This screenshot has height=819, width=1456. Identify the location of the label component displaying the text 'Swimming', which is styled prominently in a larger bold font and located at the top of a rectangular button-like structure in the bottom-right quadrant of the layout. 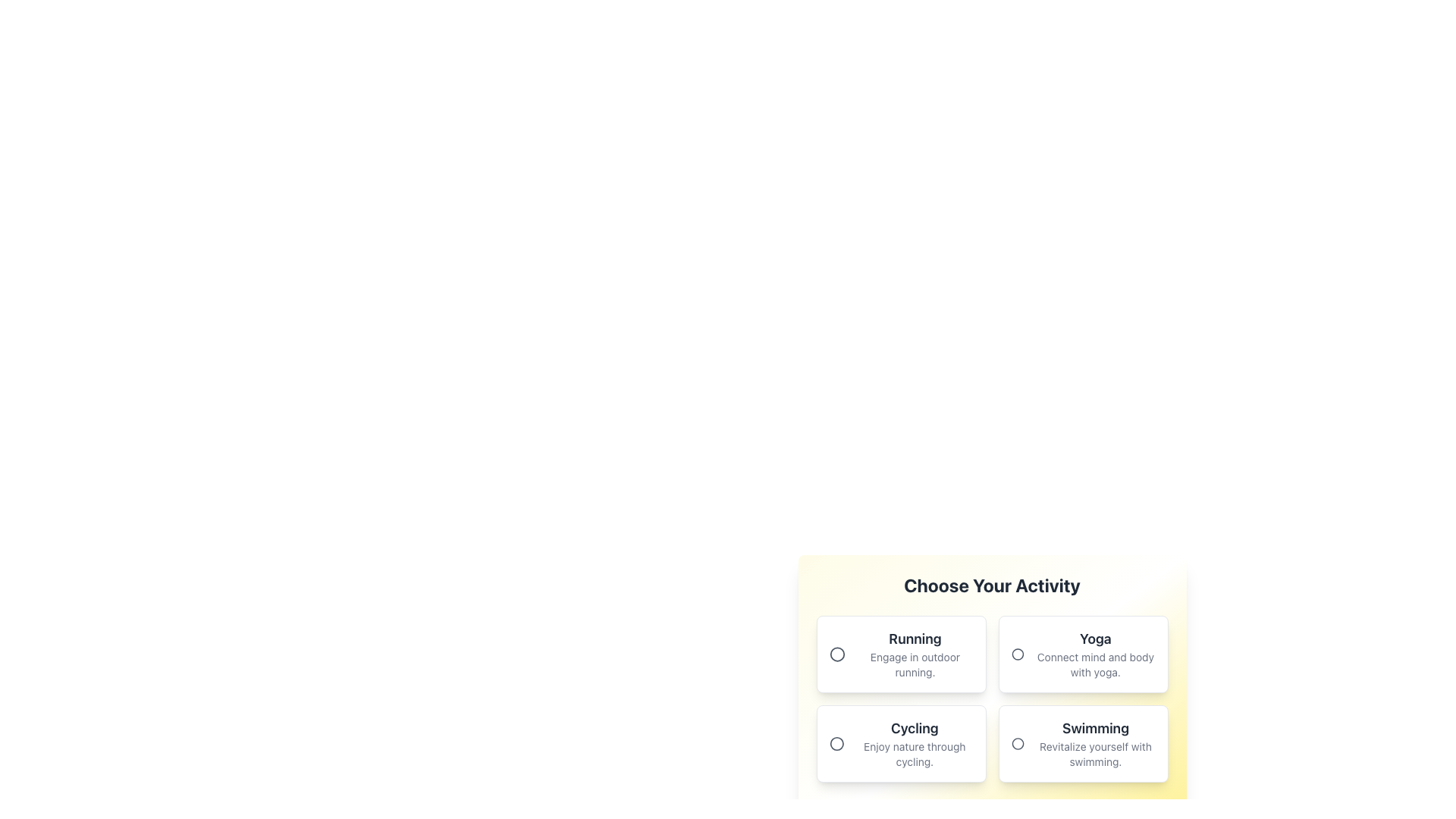
(1095, 727).